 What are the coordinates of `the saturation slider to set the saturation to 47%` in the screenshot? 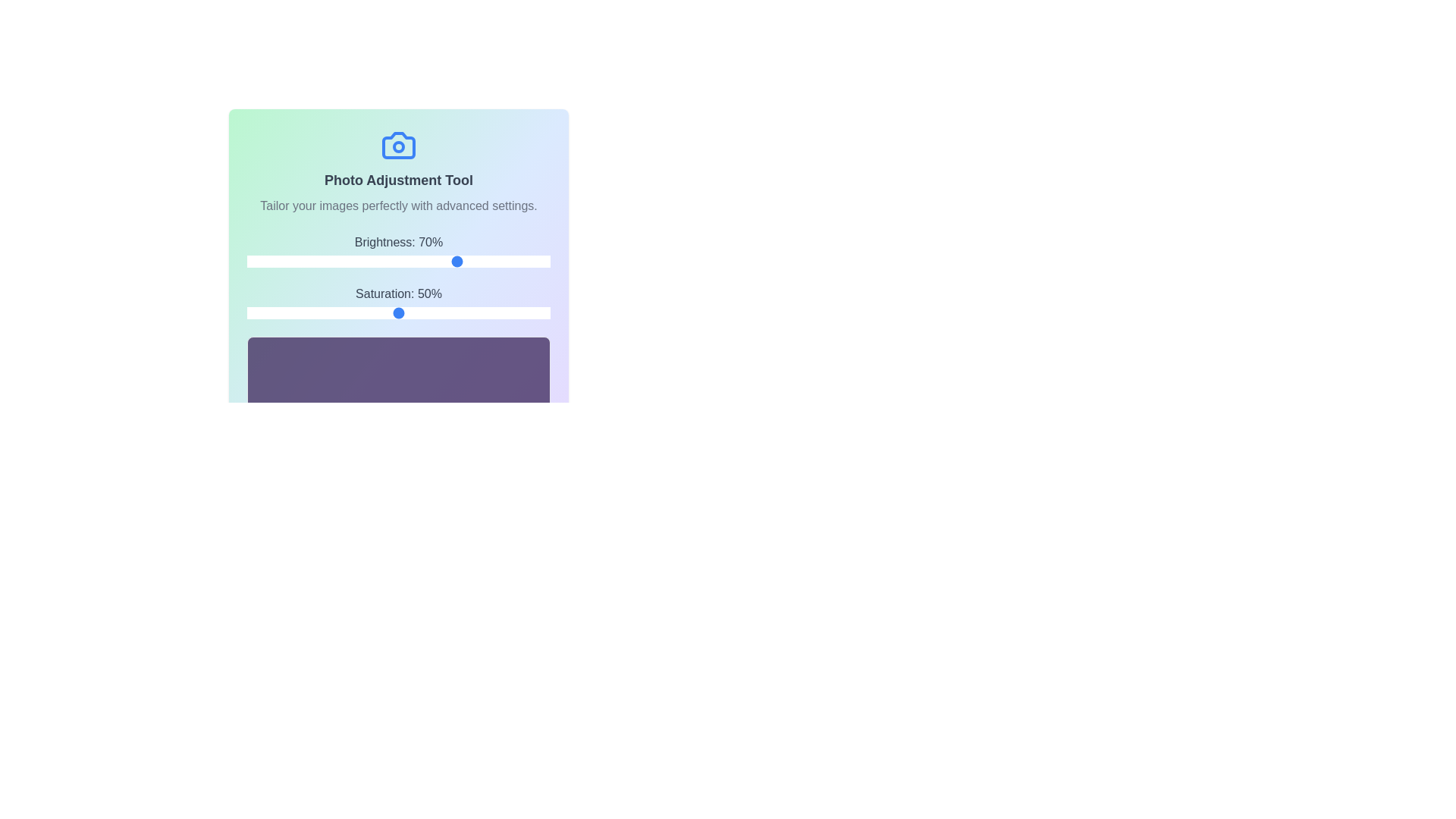 It's located at (389, 312).